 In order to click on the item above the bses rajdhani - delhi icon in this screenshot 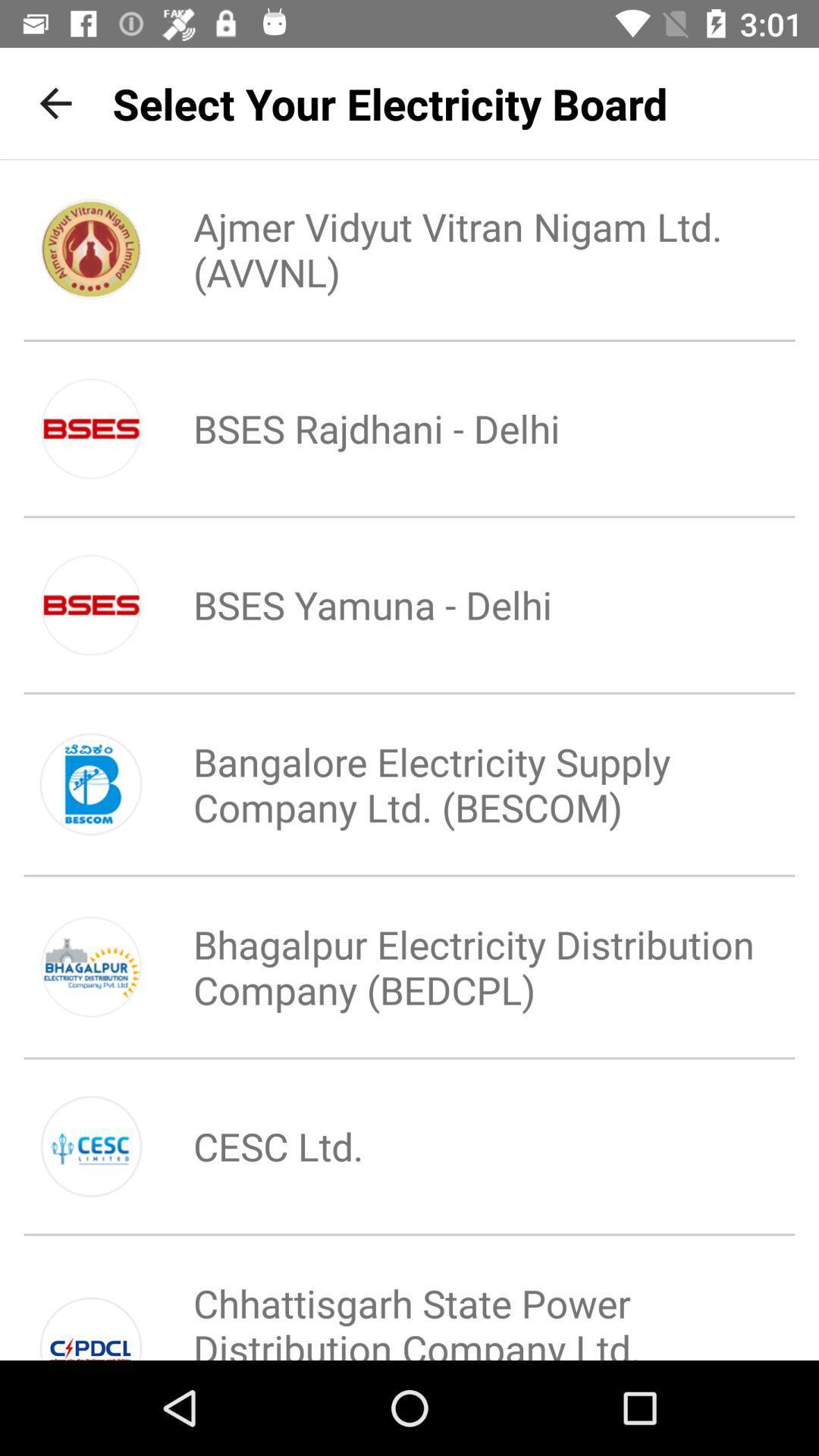, I will do `click(460, 249)`.